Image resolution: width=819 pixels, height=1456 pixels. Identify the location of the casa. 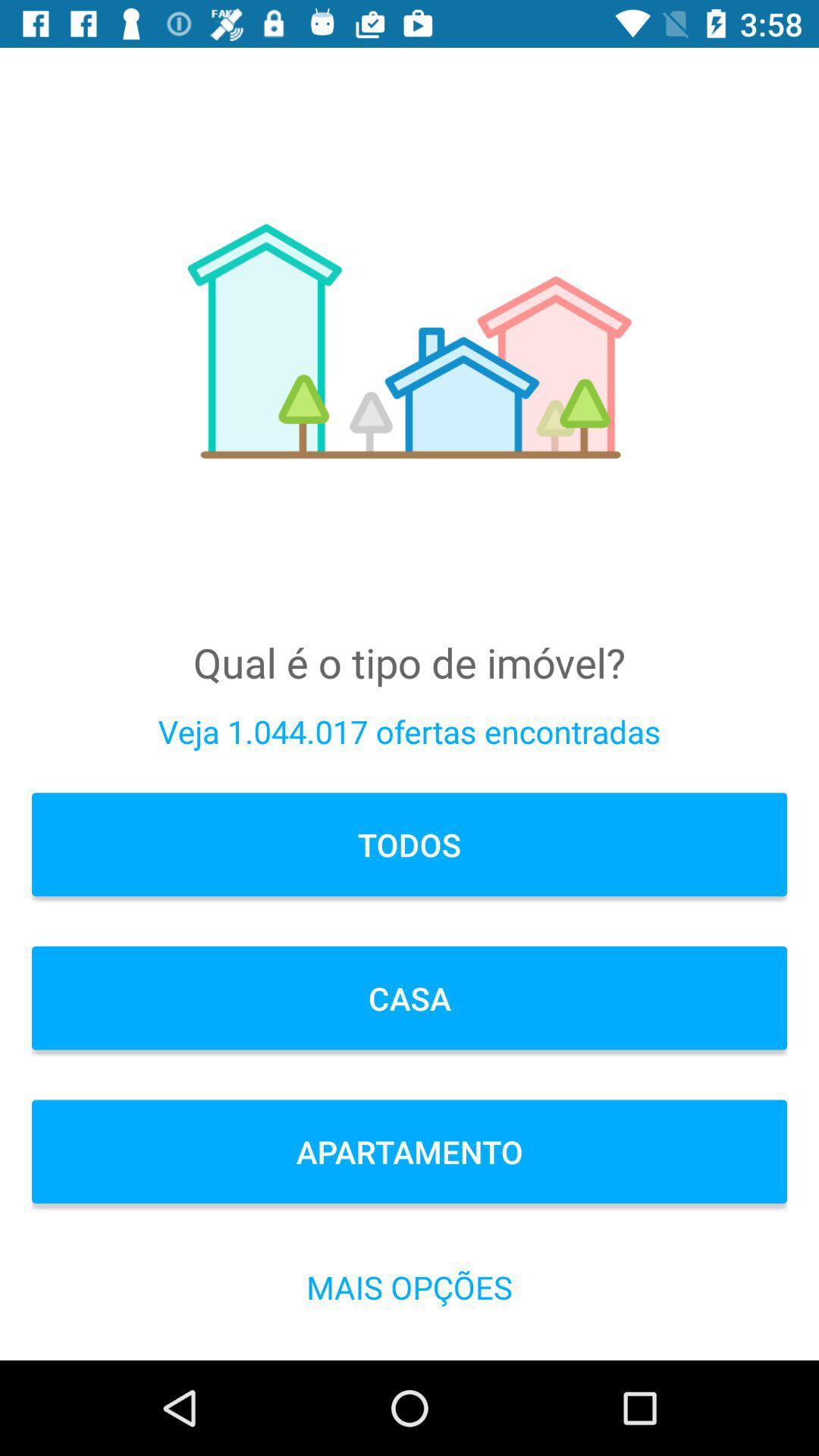
(409, 998).